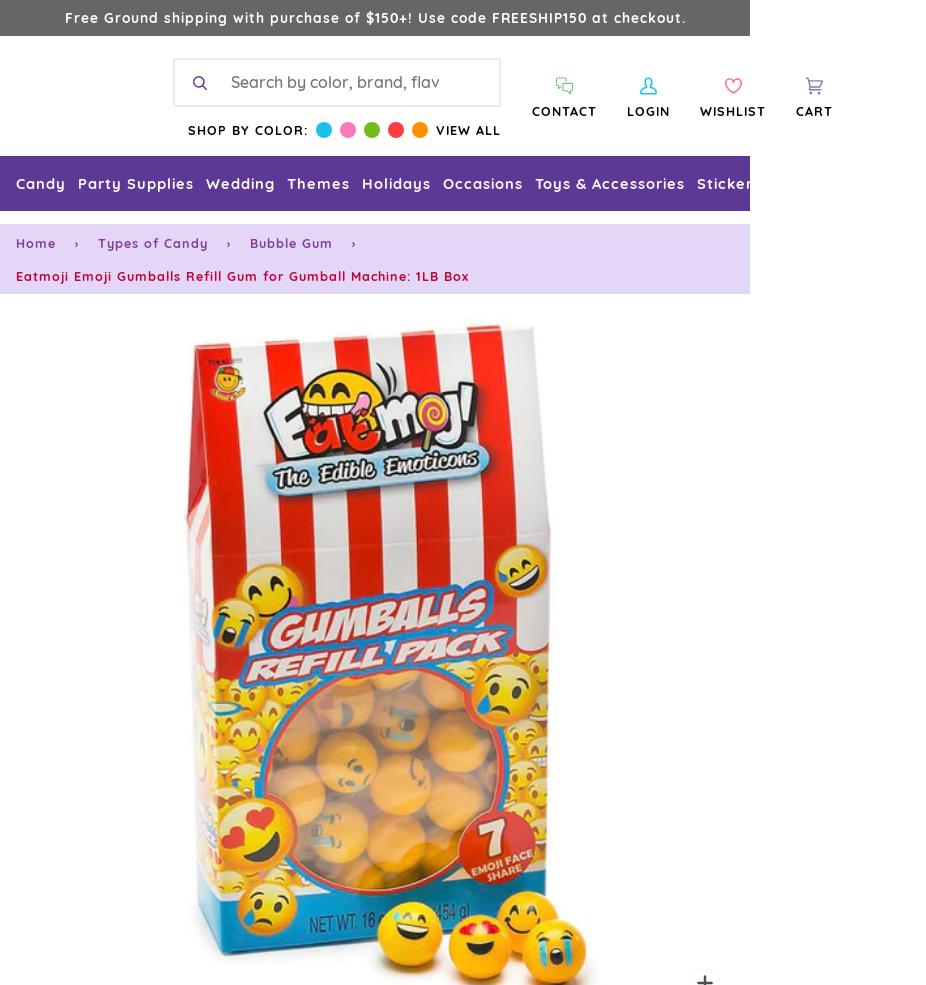 The height and width of the screenshot is (985, 926). Describe the element at coordinates (51, 859) in the screenshot. I see `'Contact Us'` at that location.